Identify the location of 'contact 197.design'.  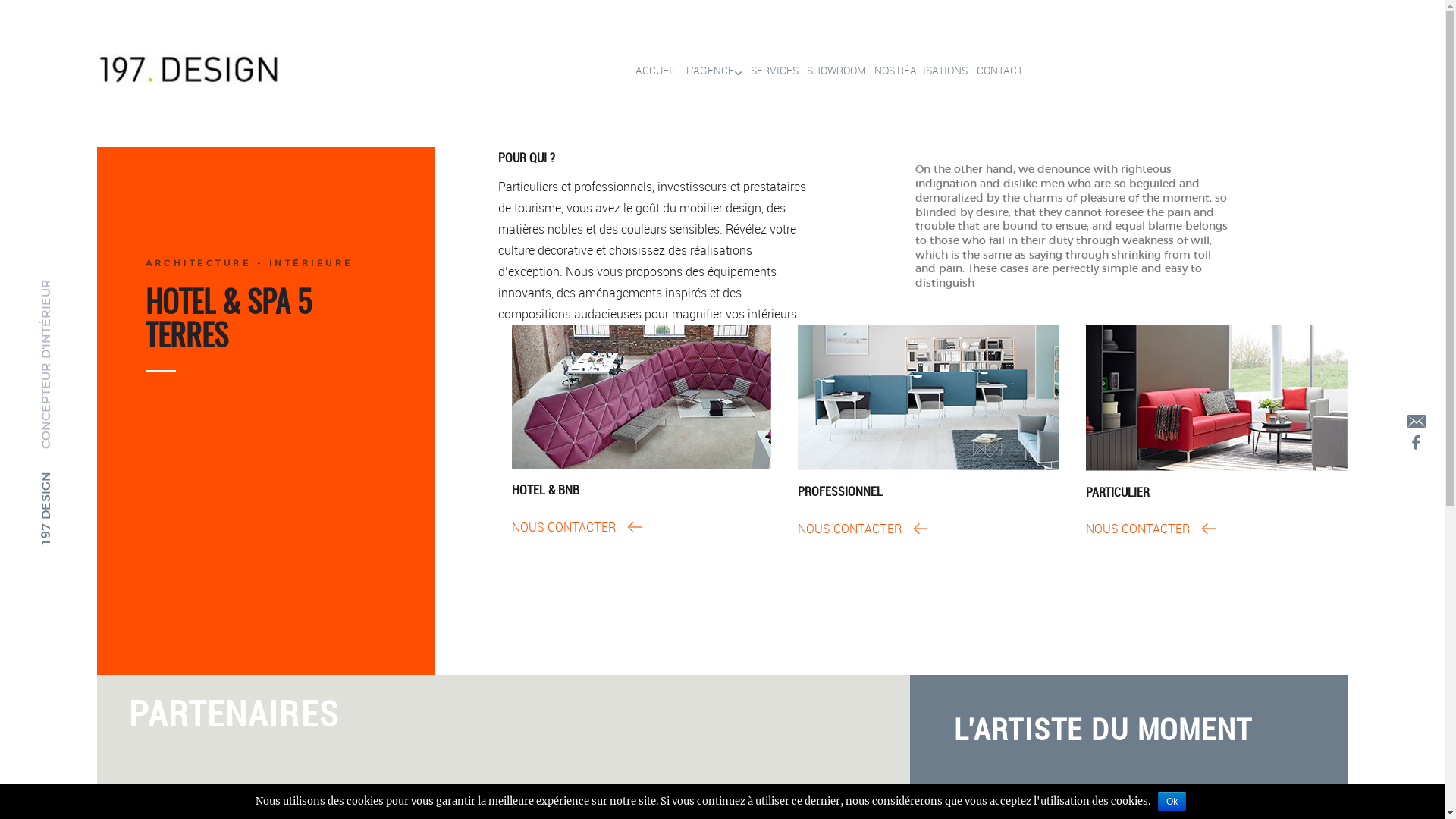
(1415, 421).